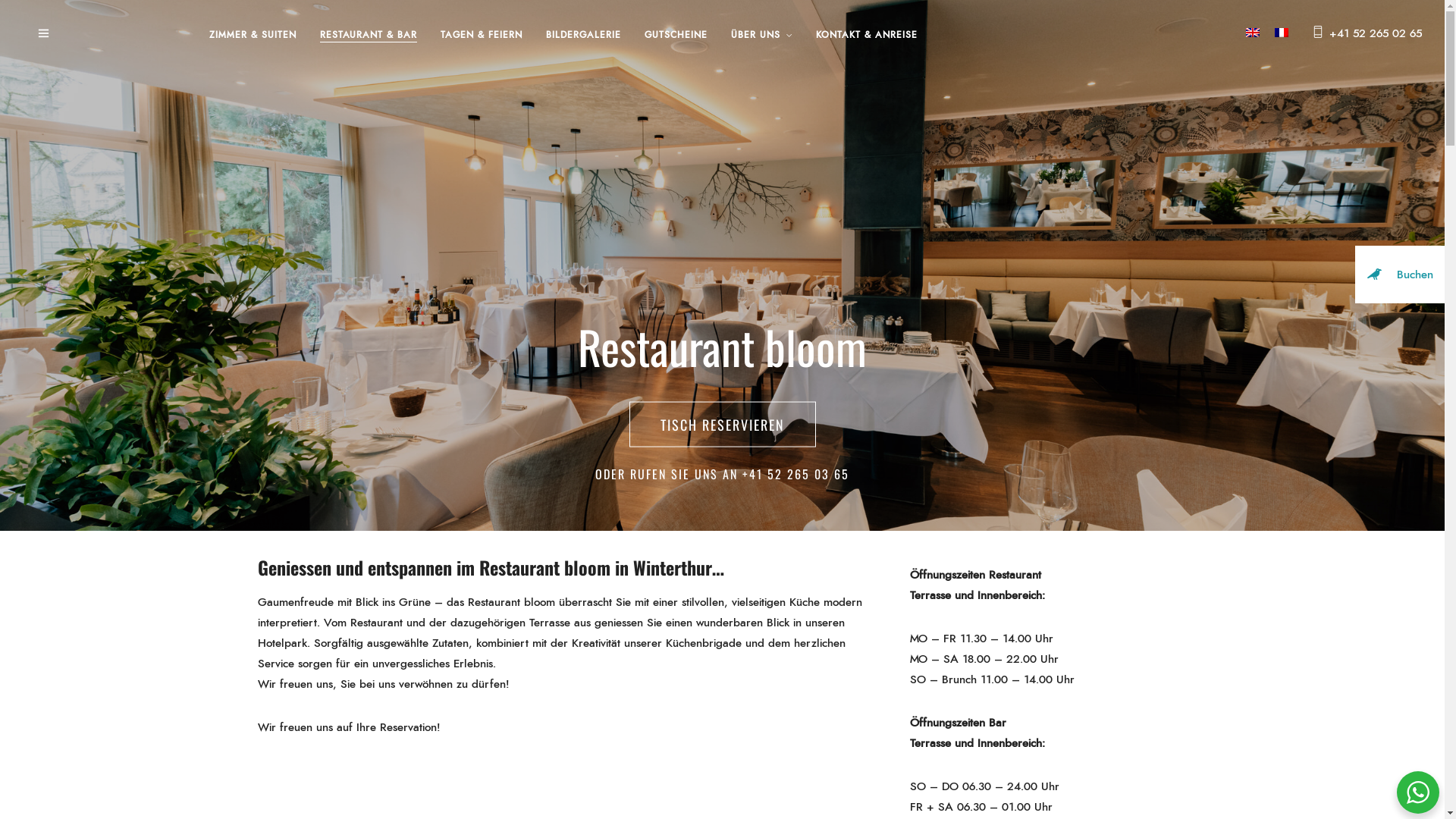  What do you see at coordinates (814, 34) in the screenshot?
I see `'KONTAKT & ANREISE'` at bounding box center [814, 34].